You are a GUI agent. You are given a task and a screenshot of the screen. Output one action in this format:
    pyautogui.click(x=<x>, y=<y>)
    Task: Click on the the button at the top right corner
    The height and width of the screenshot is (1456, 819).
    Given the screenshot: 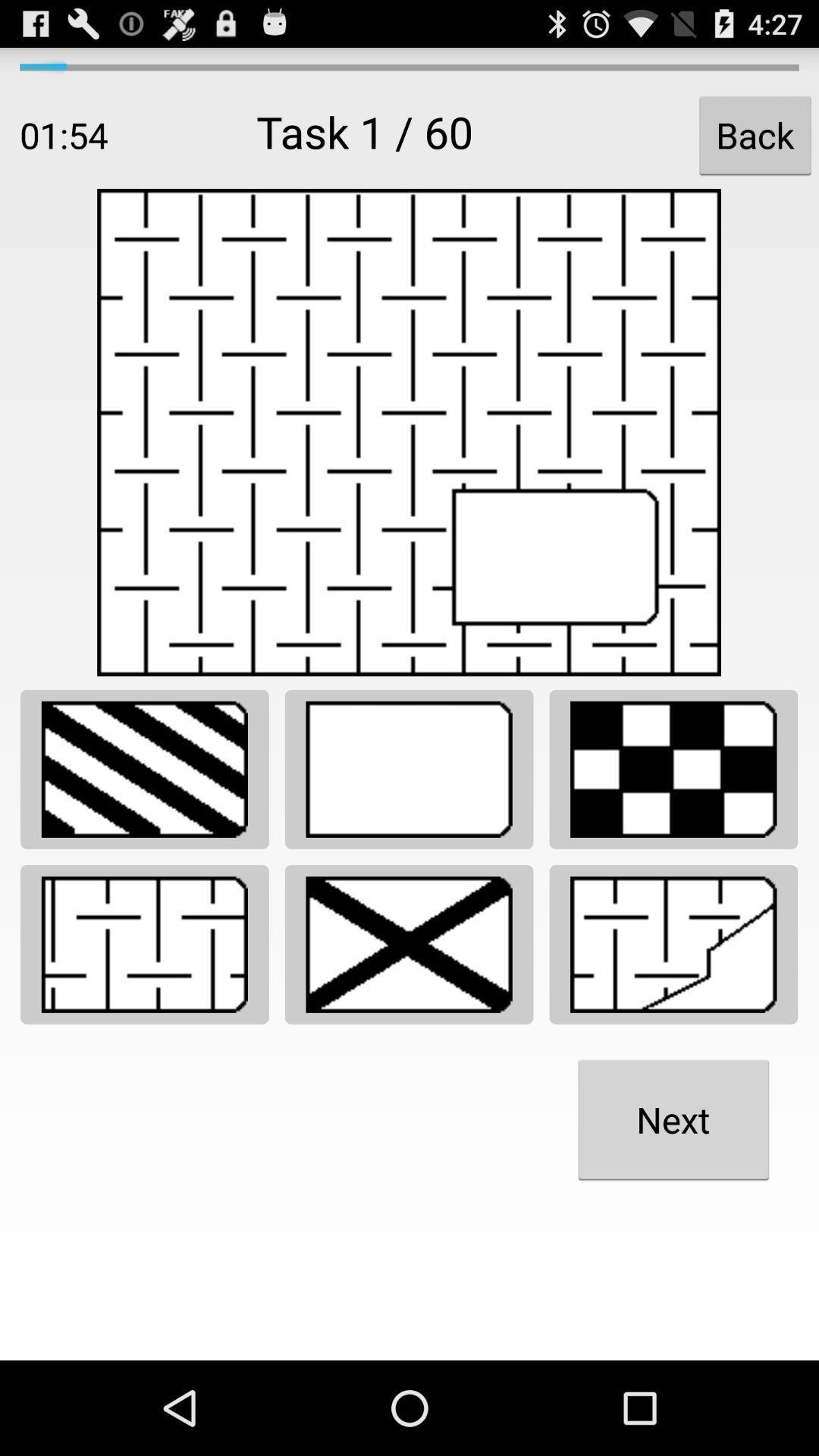 What is the action you would take?
    pyautogui.click(x=755, y=135)
    